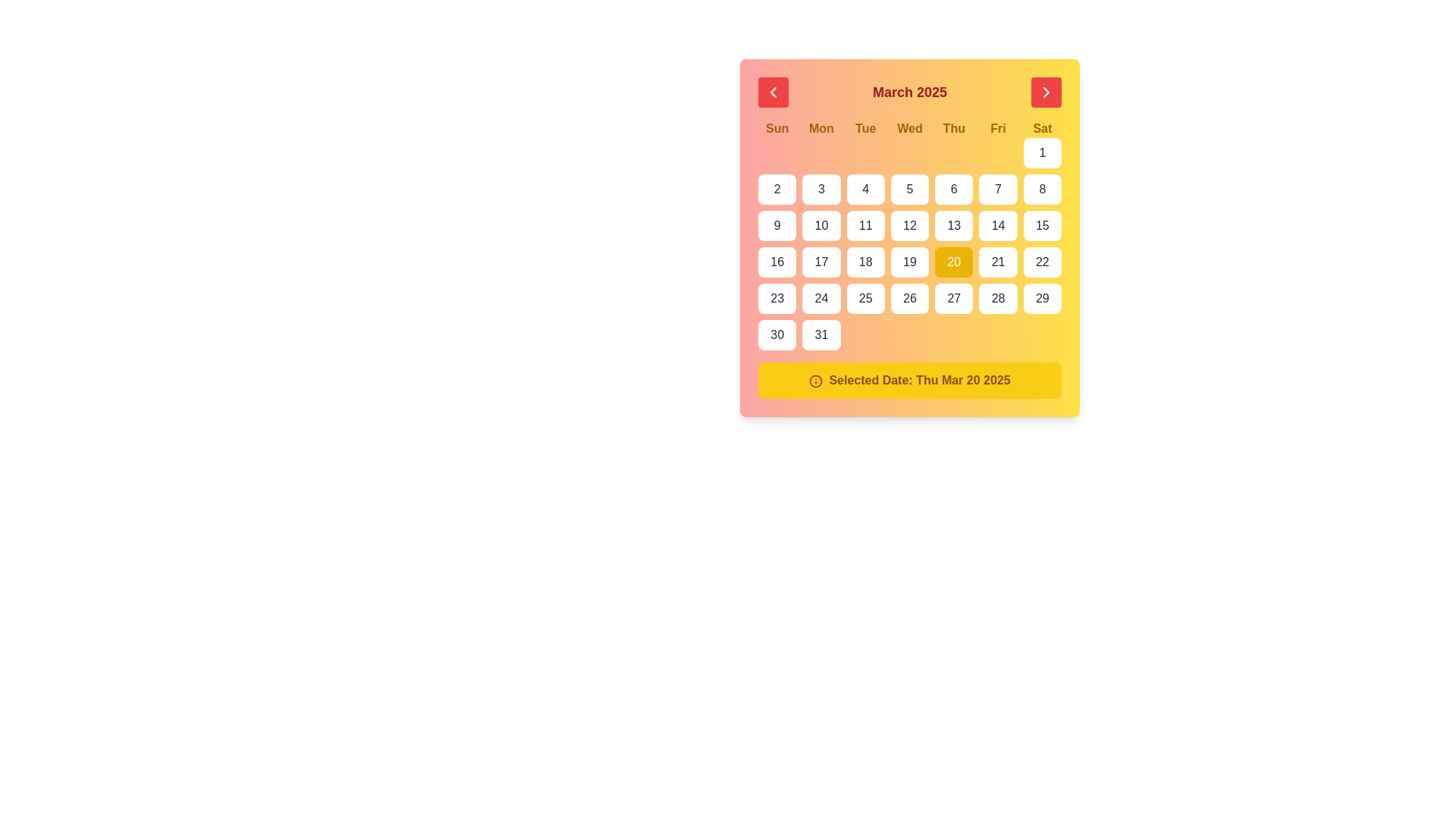 The width and height of the screenshot is (1456, 819). What do you see at coordinates (952, 189) in the screenshot?
I see `the button representing the sixth day of March 2025 in the calendar` at bounding box center [952, 189].